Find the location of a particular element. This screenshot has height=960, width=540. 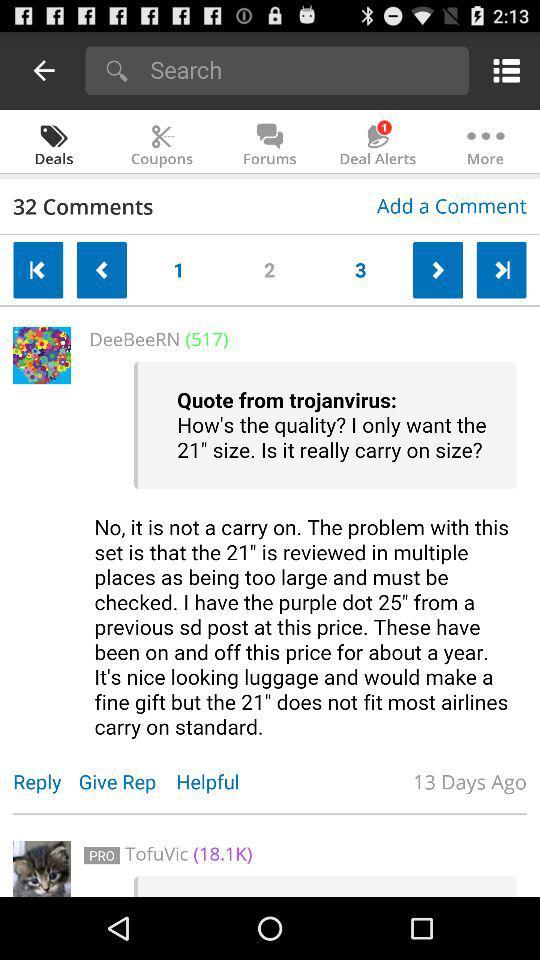

beginning is located at coordinates (38, 269).